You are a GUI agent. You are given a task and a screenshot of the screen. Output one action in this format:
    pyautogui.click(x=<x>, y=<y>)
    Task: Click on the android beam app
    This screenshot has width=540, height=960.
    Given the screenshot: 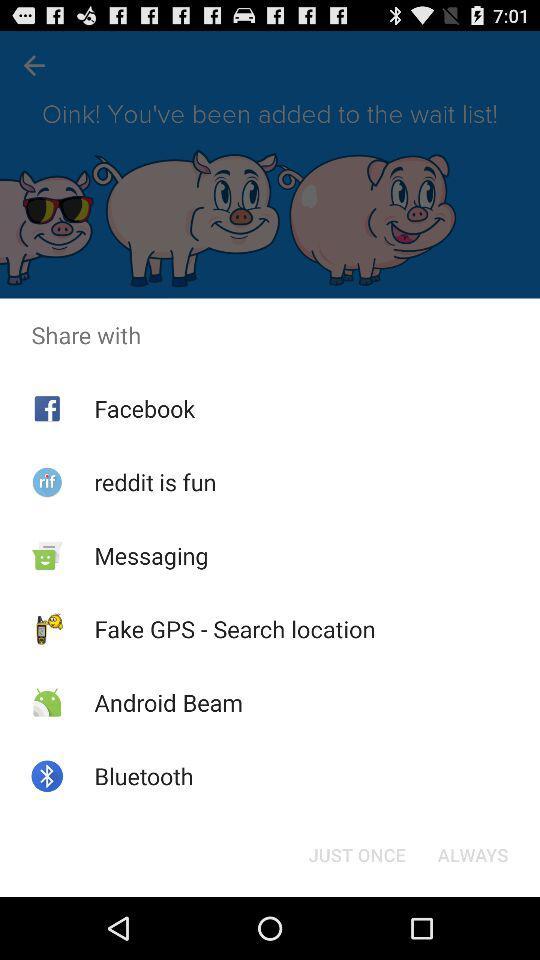 What is the action you would take?
    pyautogui.click(x=167, y=702)
    